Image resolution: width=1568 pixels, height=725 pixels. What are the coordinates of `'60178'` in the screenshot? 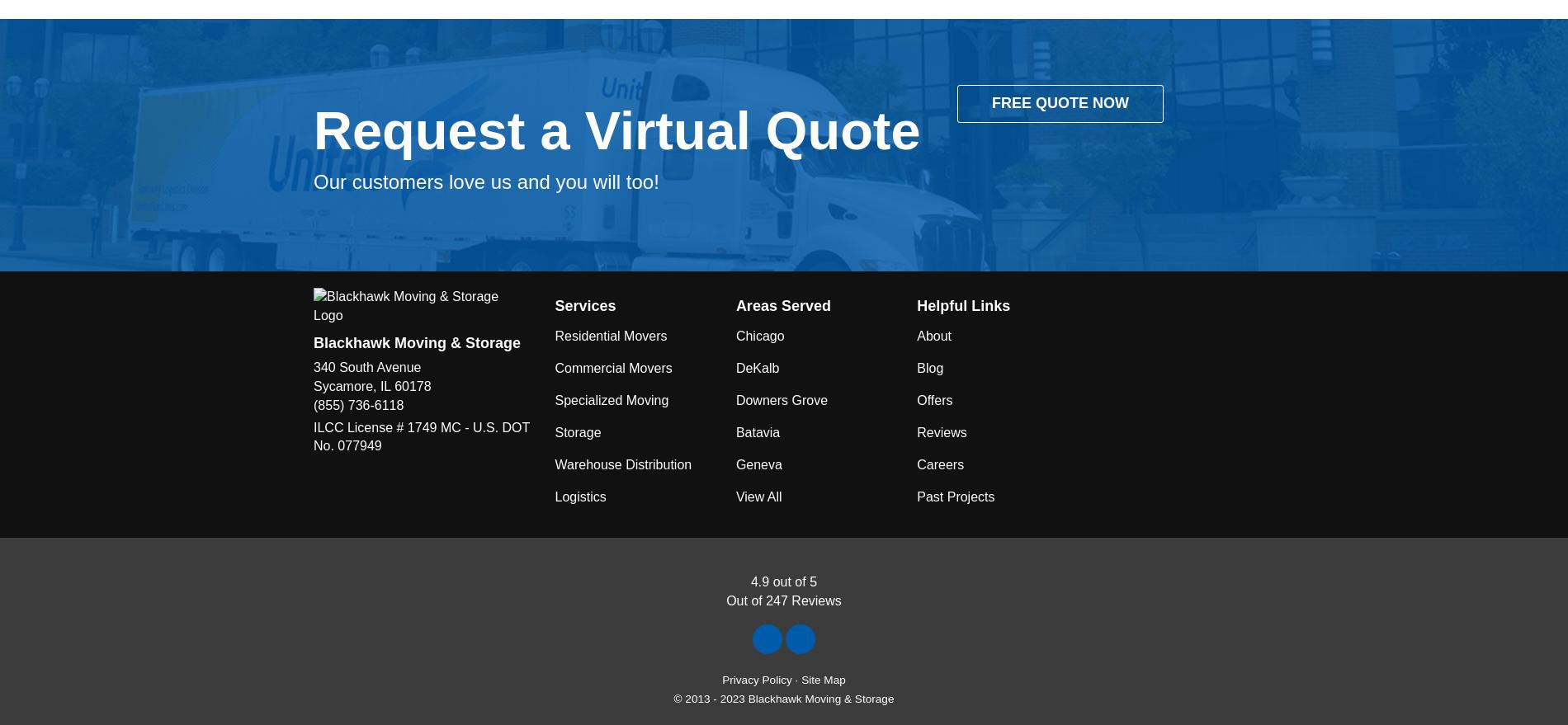 It's located at (394, 385).